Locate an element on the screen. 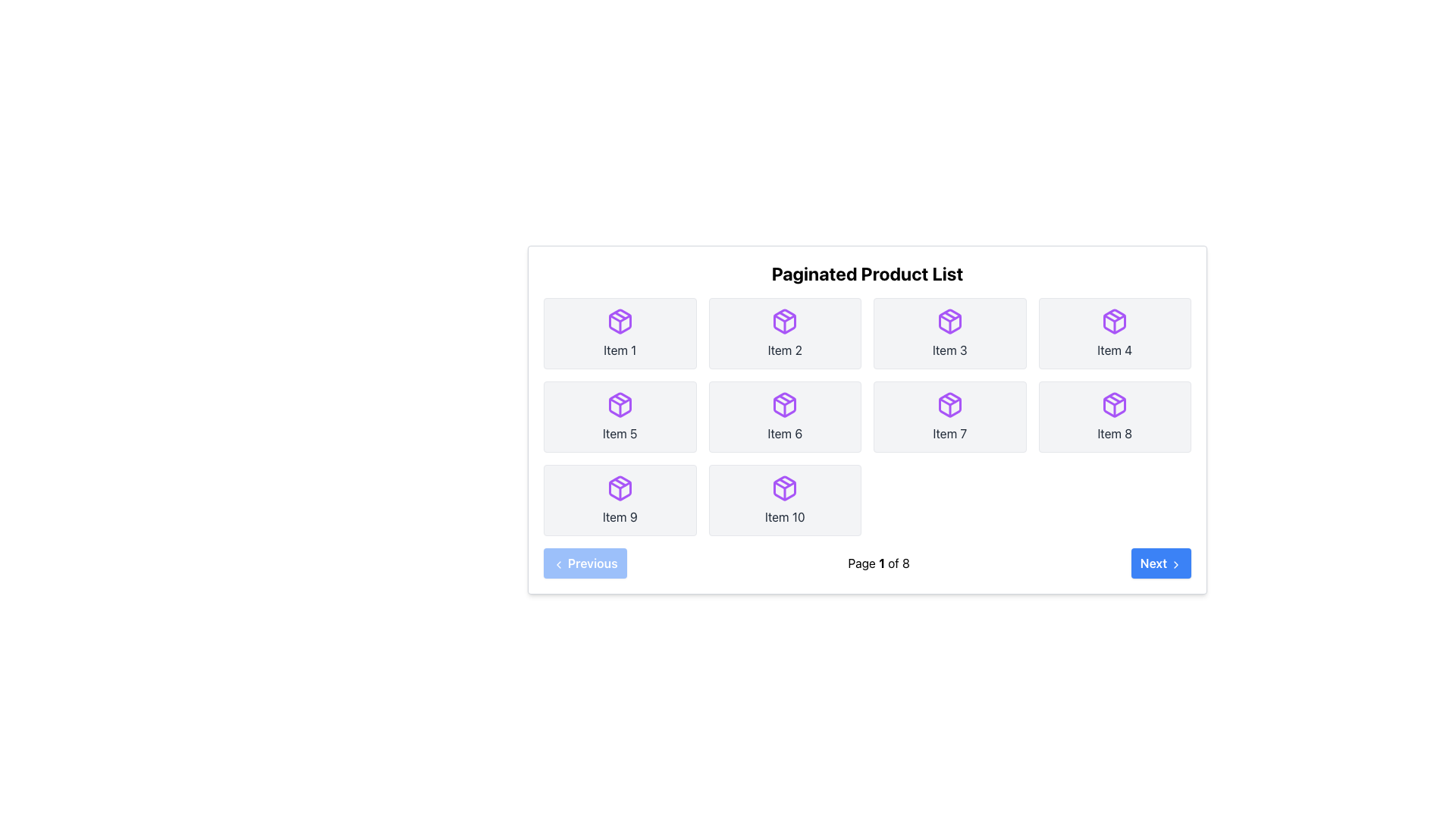  the icon representing 'Item 5' located in the second row and first column of the grid layout is located at coordinates (620, 403).